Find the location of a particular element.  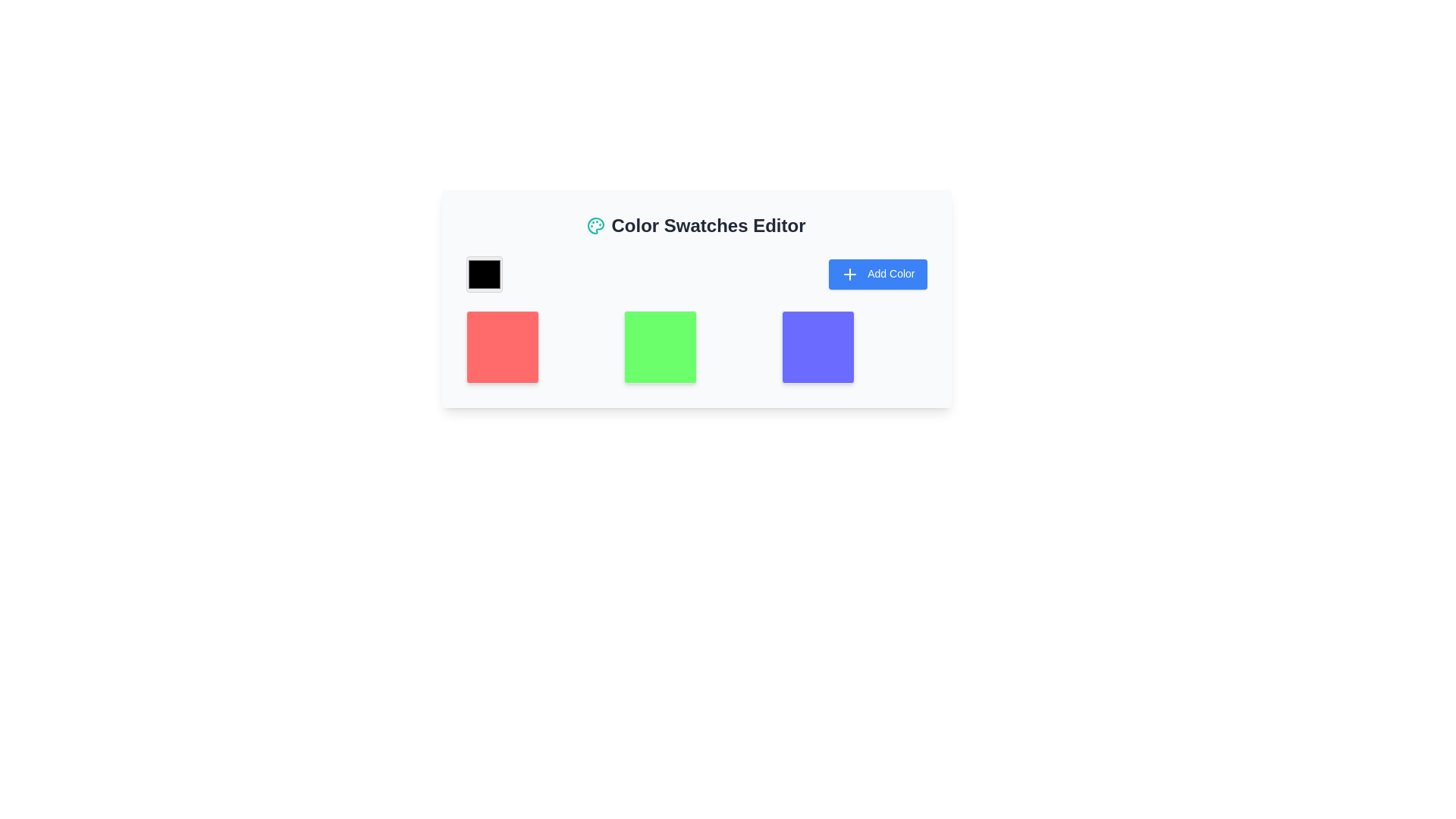

the add color icon located within the blue 'Add Color' button at the top-right of the interface is located at coordinates (850, 275).